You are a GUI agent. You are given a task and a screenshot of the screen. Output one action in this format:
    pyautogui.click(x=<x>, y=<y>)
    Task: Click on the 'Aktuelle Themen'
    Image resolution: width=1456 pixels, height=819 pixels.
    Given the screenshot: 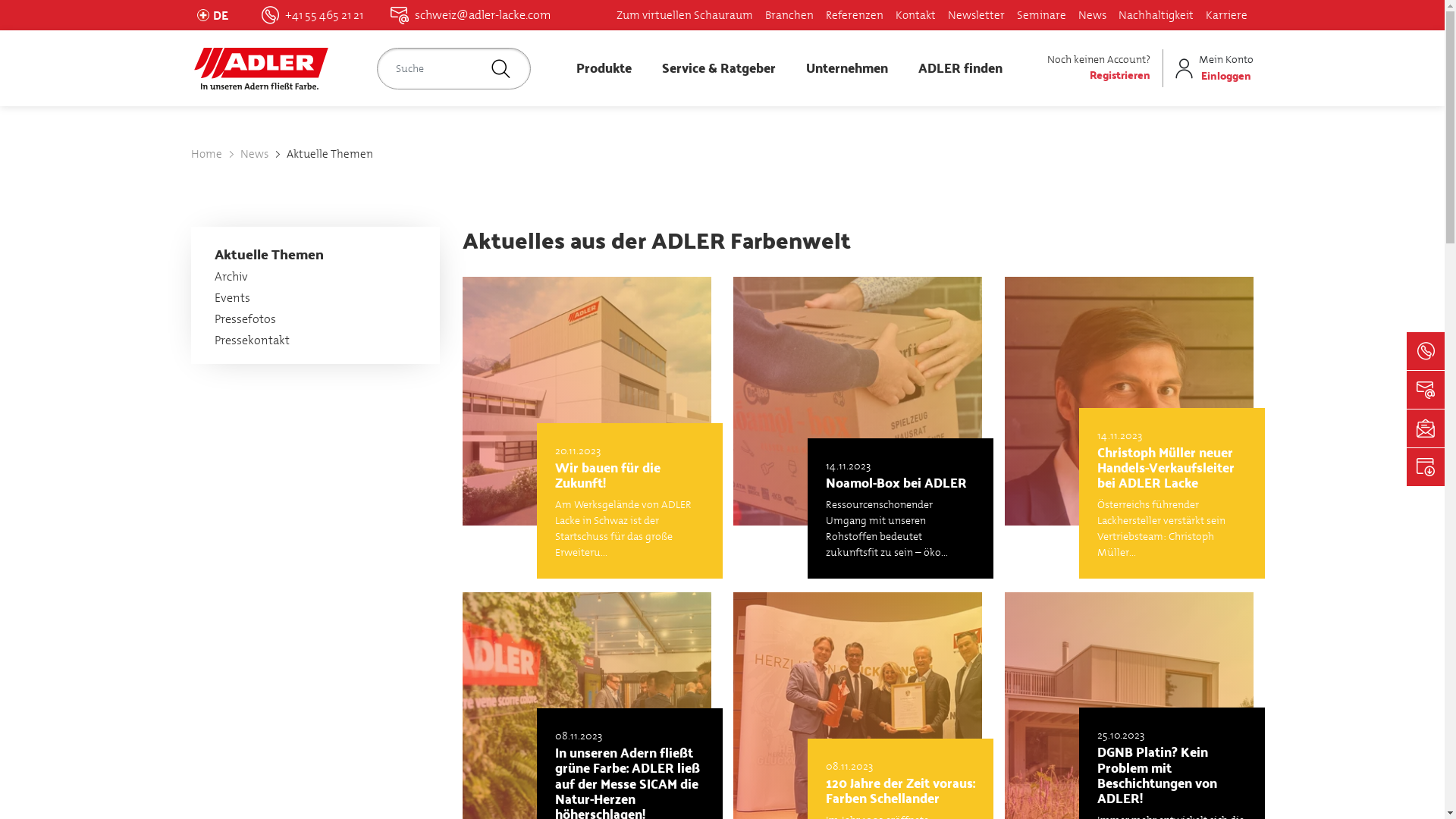 What is the action you would take?
    pyautogui.click(x=329, y=154)
    